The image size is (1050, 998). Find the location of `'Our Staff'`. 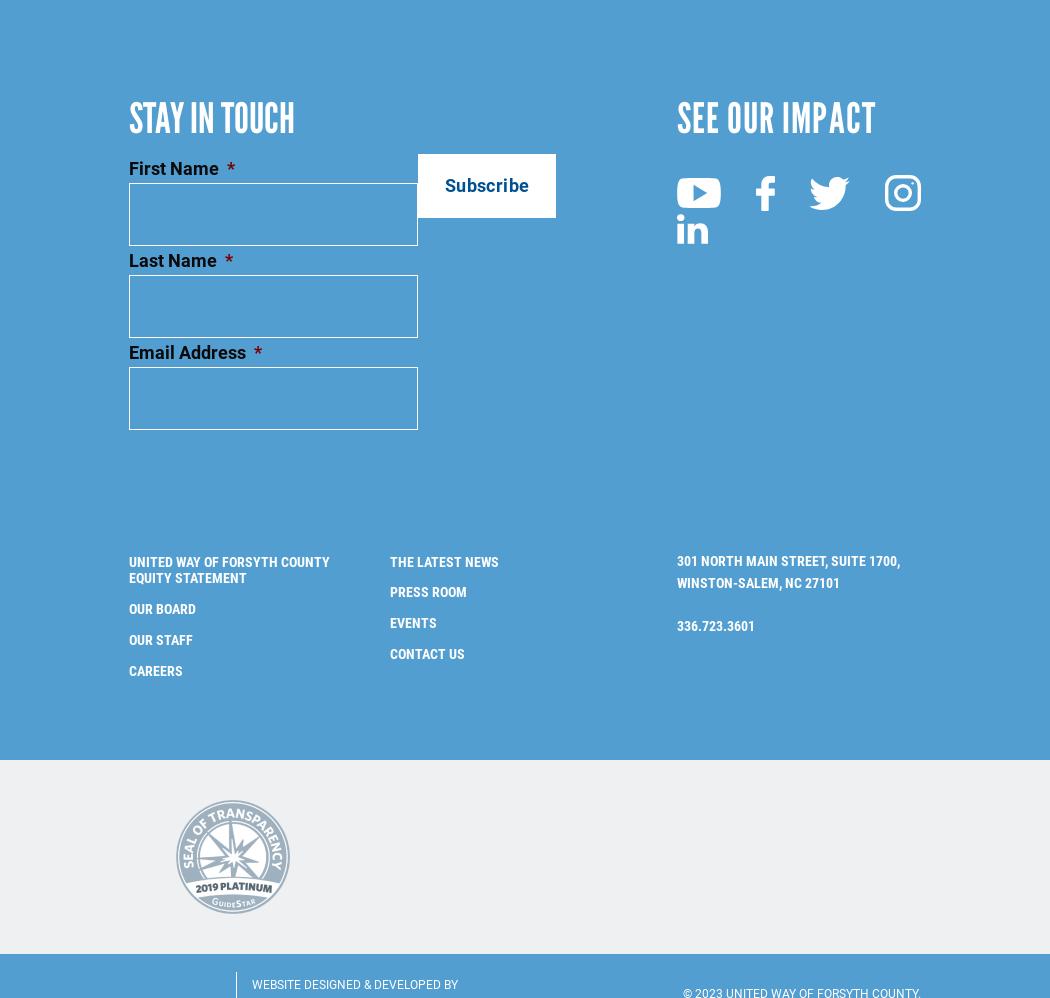

'Our Staff' is located at coordinates (128, 606).